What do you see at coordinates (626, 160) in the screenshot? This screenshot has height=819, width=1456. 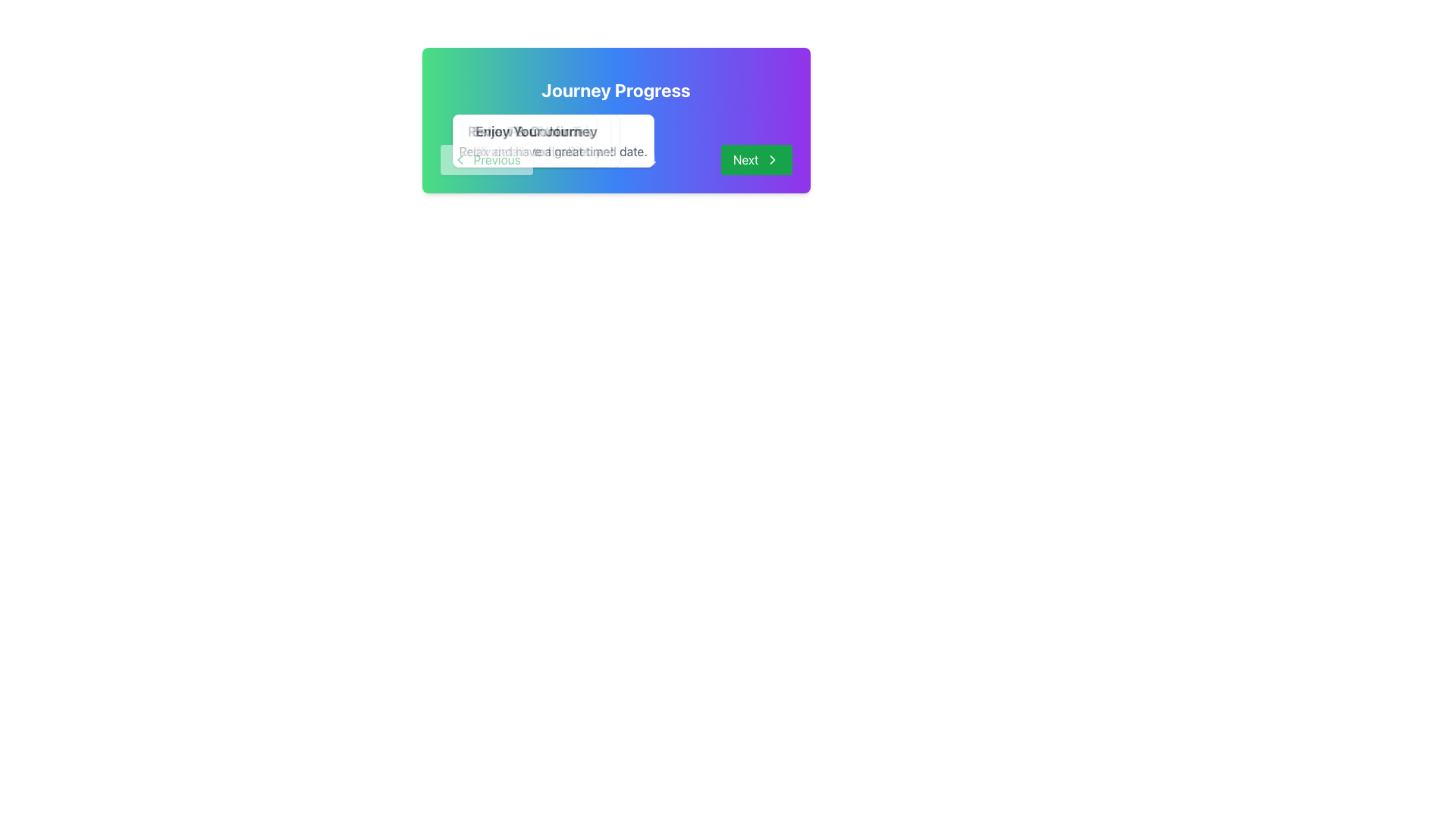 I see `the textual indicator displaying the current step number and total steps in the multi-step process, which is centered between the 'Previous' and 'Next' buttons` at bounding box center [626, 160].